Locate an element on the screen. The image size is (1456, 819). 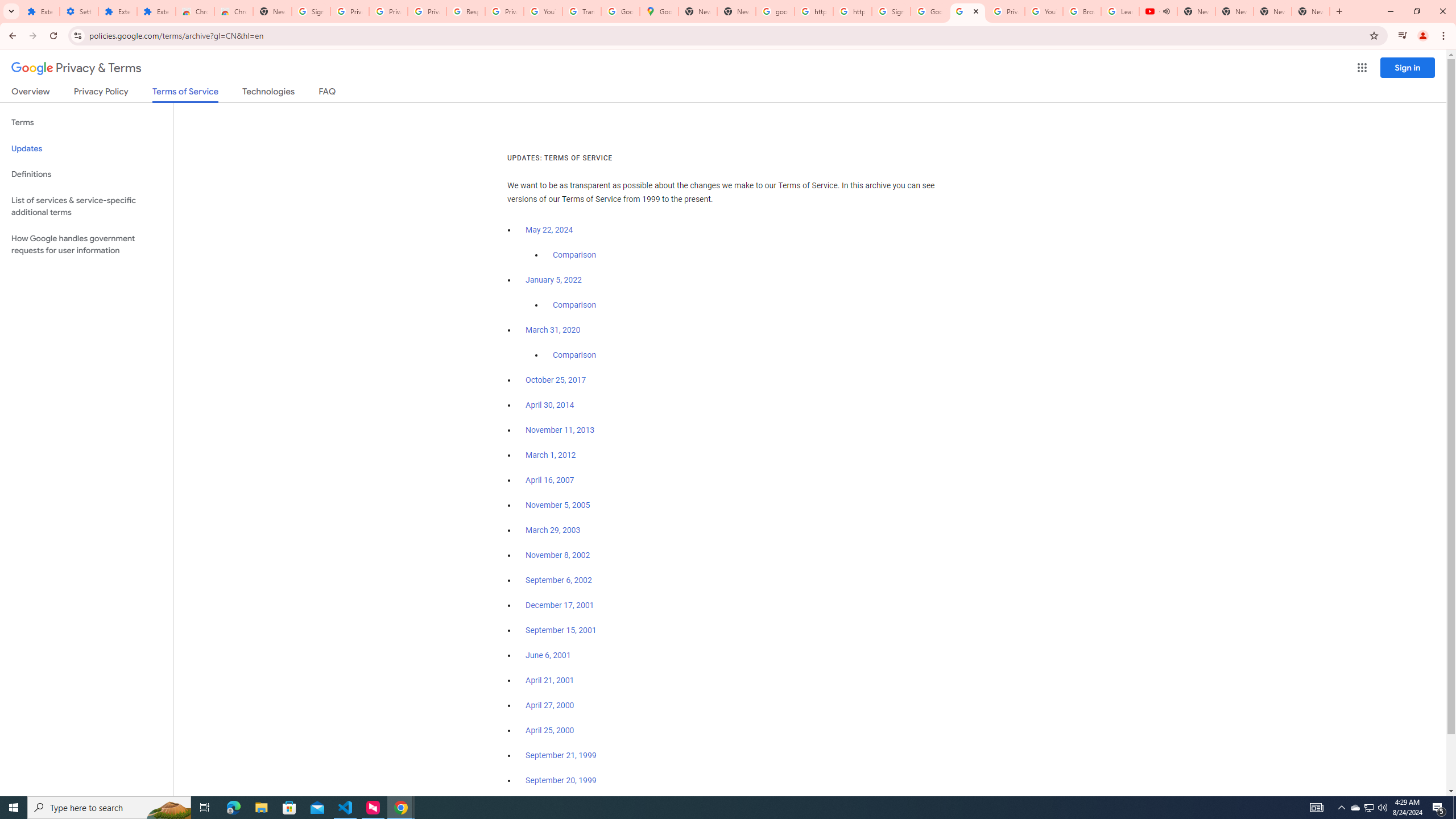
'How Google handles government requests for user information' is located at coordinates (86, 243).